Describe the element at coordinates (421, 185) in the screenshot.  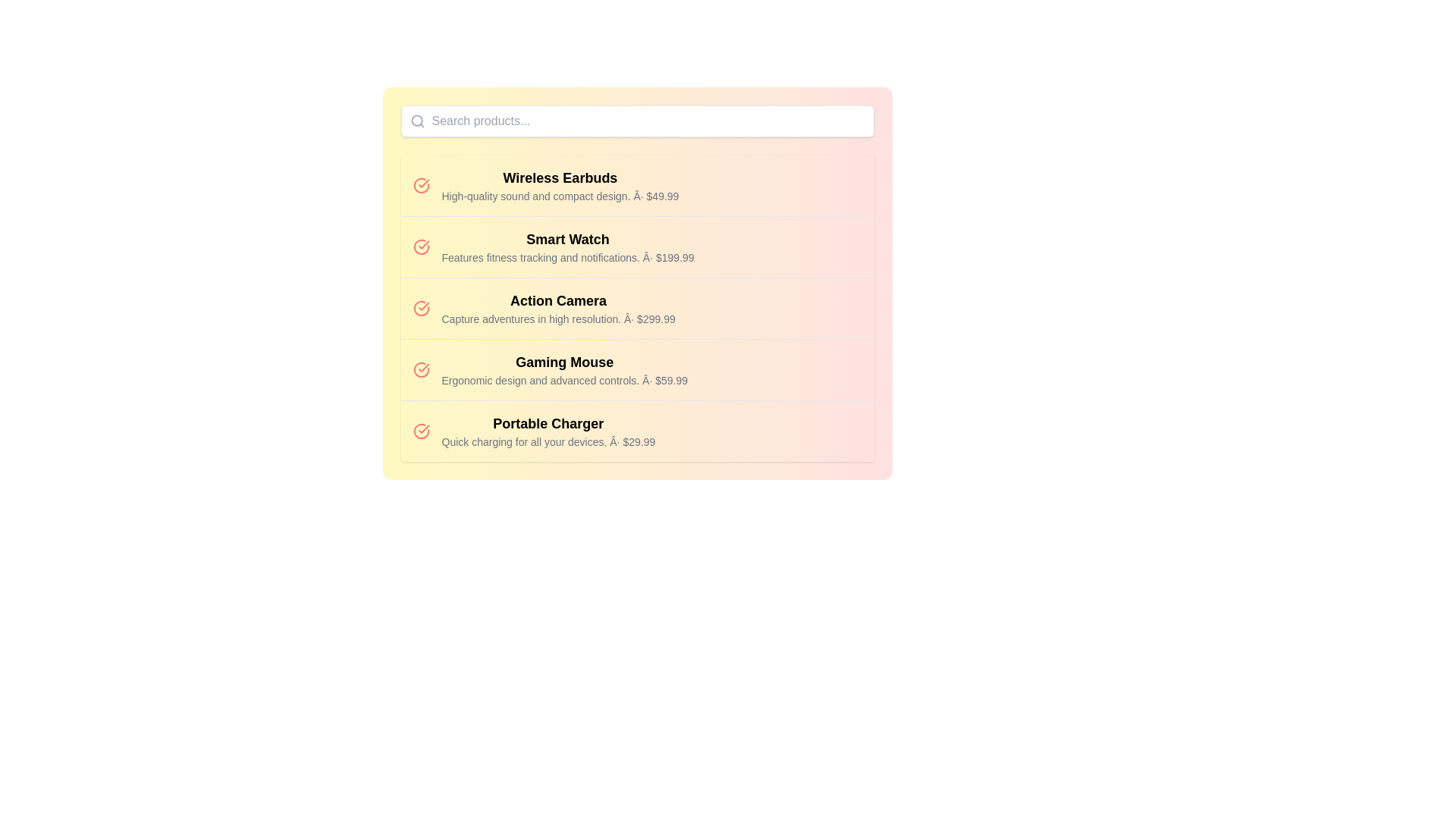
I see `the leading icon that indicates selection or confirmation for the product 'Wireless Earbuds', located to the left of the product description` at that location.